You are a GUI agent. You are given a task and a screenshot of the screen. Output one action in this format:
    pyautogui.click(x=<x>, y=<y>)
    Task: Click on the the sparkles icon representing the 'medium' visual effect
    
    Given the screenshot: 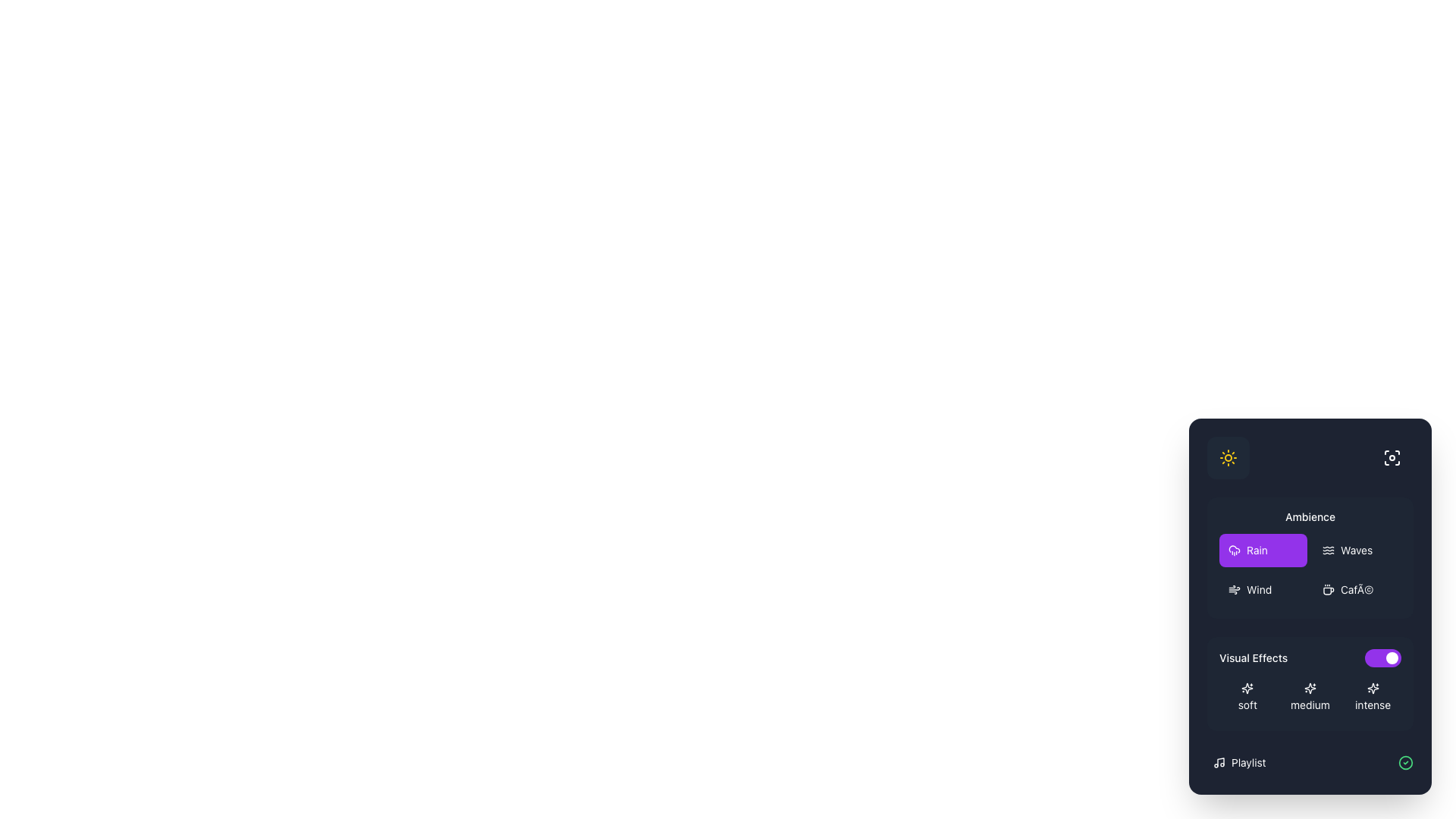 What is the action you would take?
    pyautogui.click(x=1310, y=688)
    